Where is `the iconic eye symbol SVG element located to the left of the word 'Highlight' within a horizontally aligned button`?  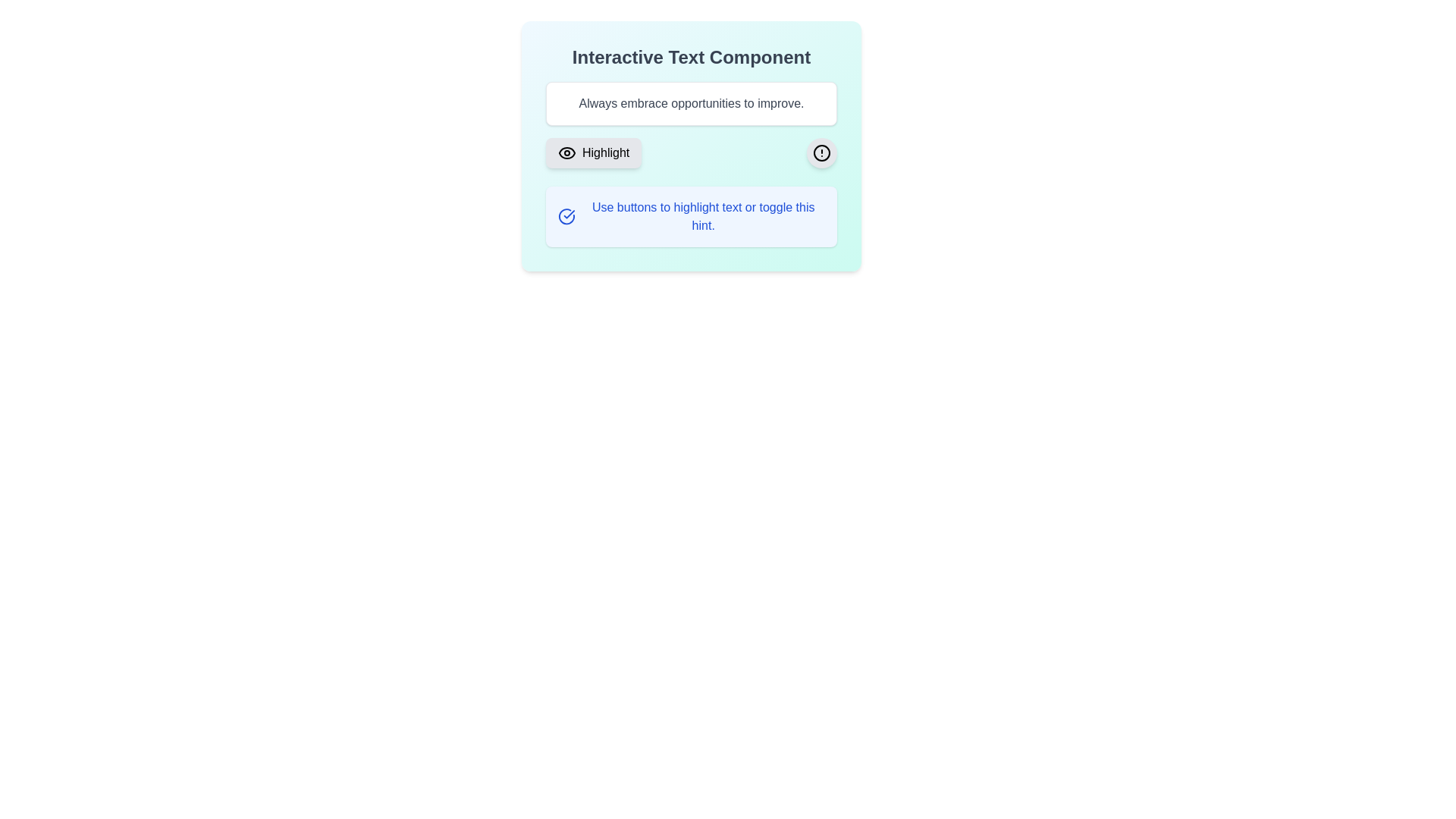
the iconic eye symbol SVG element located to the left of the word 'Highlight' within a horizontally aligned button is located at coordinates (566, 152).